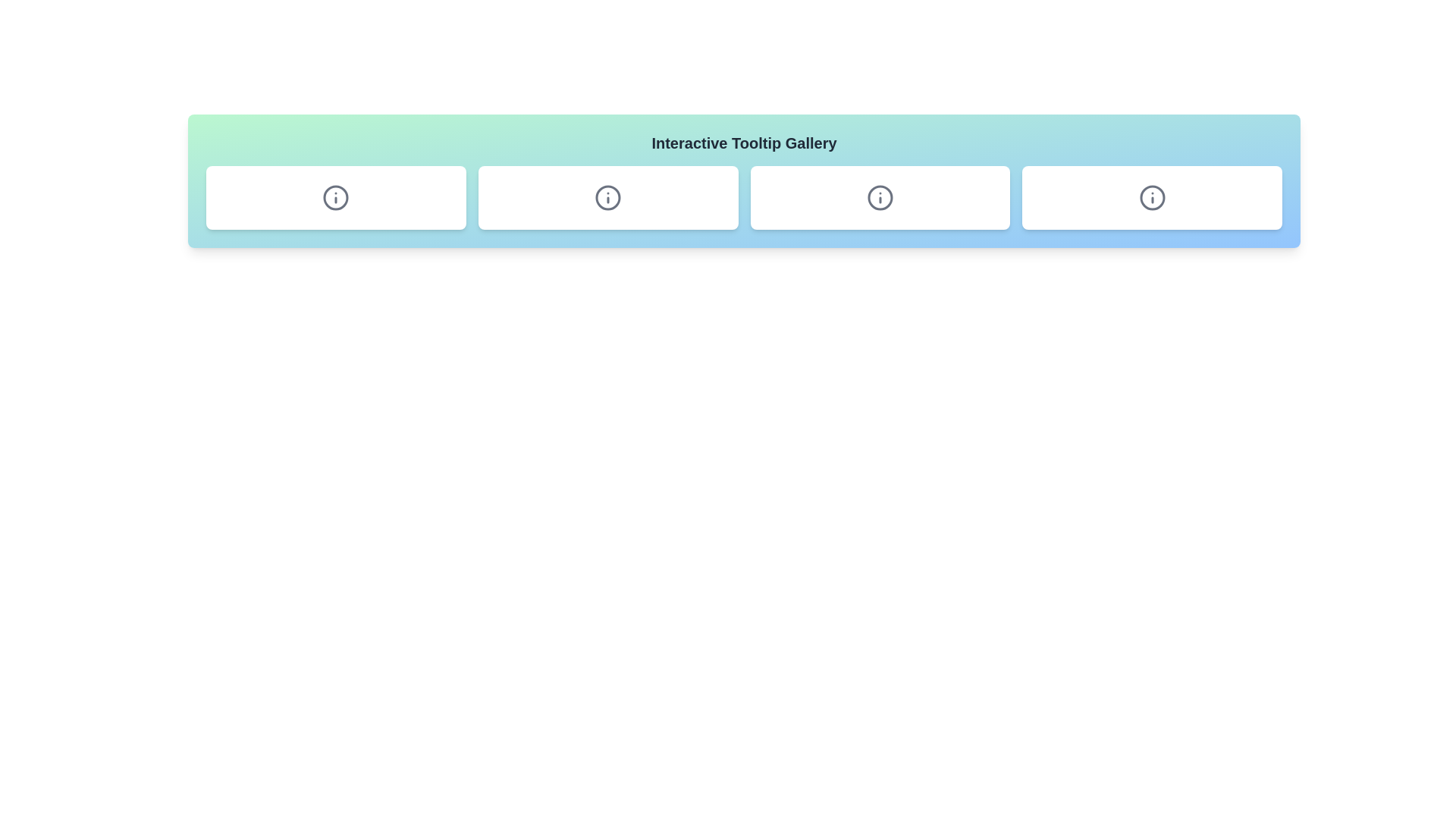 This screenshot has width=1456, height=819. Describe the element at coordinates (1152, 197) in the screenshot. I see `the Interactive Tooltip Icon for accessibility actions` at that location.